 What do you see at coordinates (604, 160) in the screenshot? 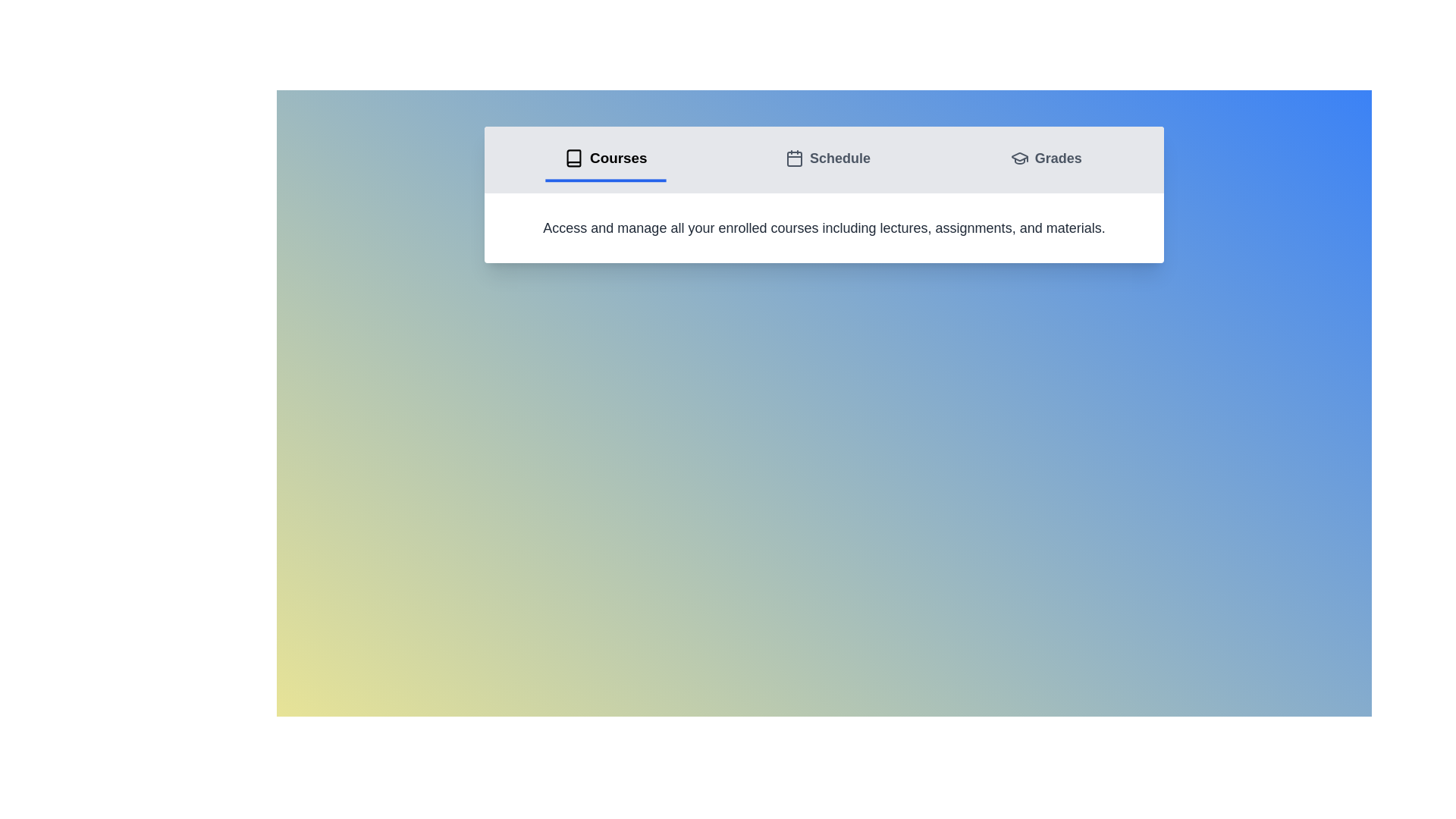
I see `the tab labeled Courses to display its content` at bounding box center [604, 160].